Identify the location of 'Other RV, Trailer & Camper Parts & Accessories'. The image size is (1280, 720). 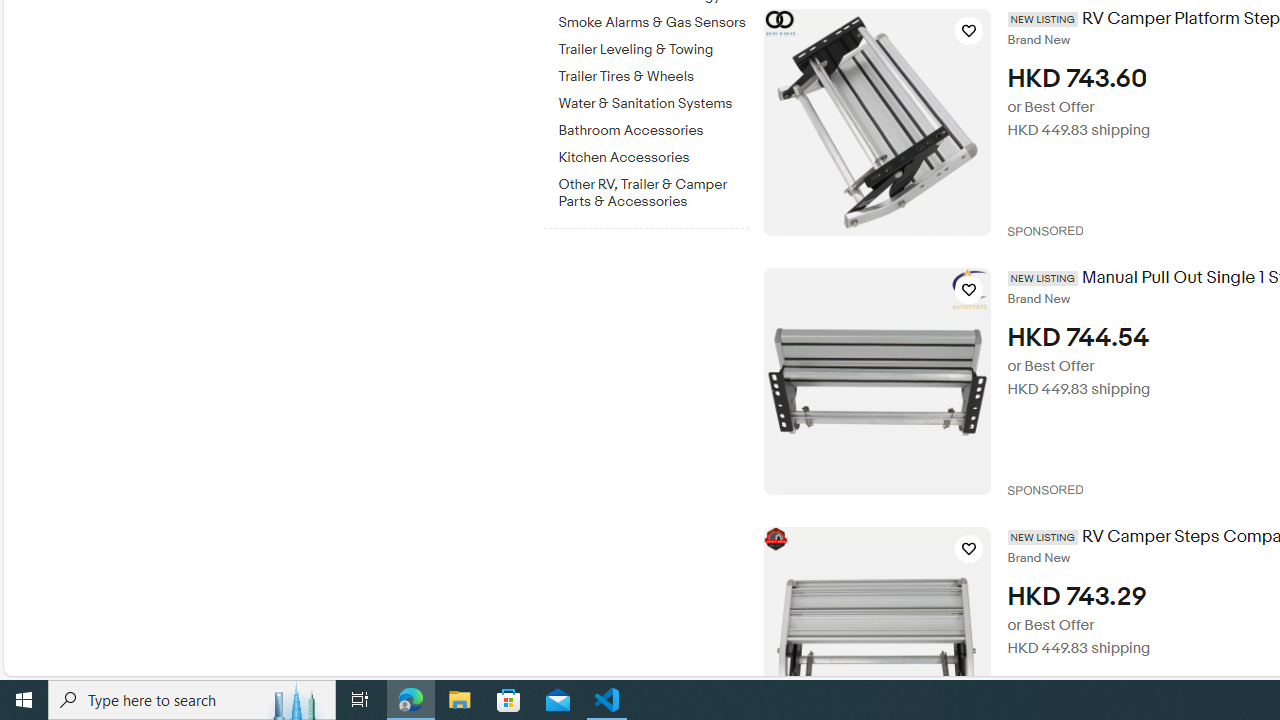
(653, 189).